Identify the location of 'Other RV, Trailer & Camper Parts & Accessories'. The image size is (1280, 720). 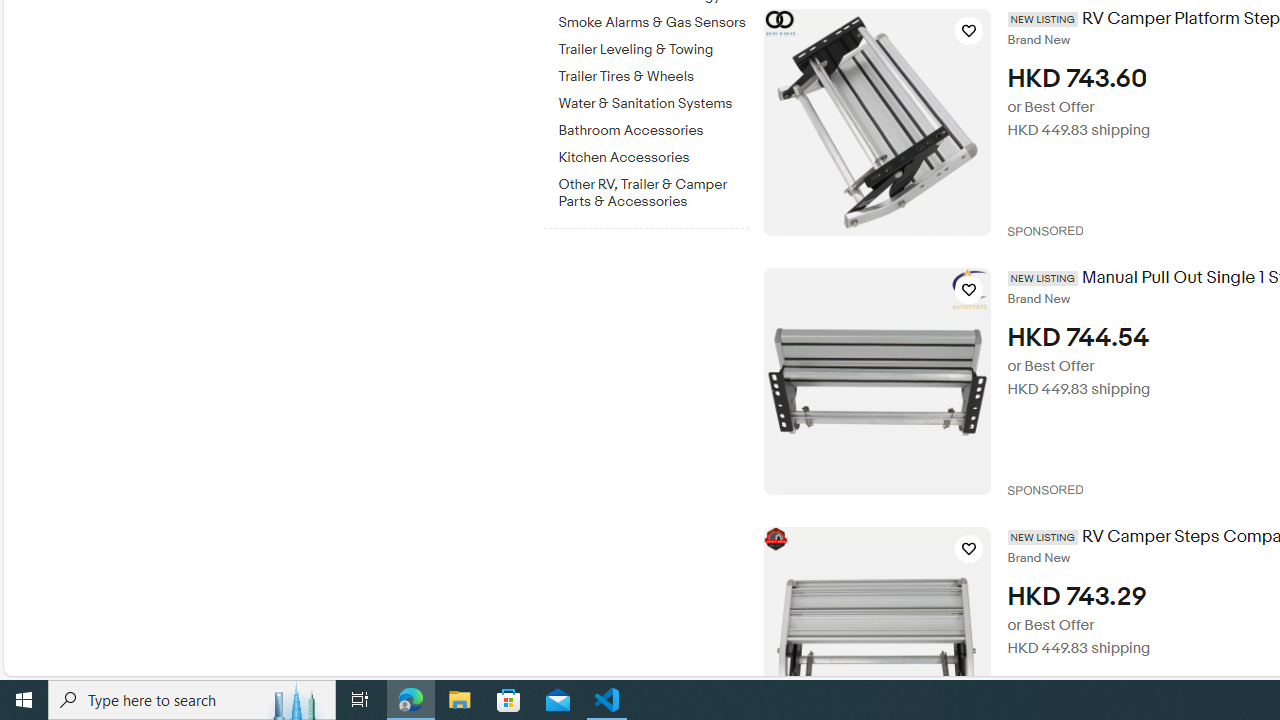
(653, 189).